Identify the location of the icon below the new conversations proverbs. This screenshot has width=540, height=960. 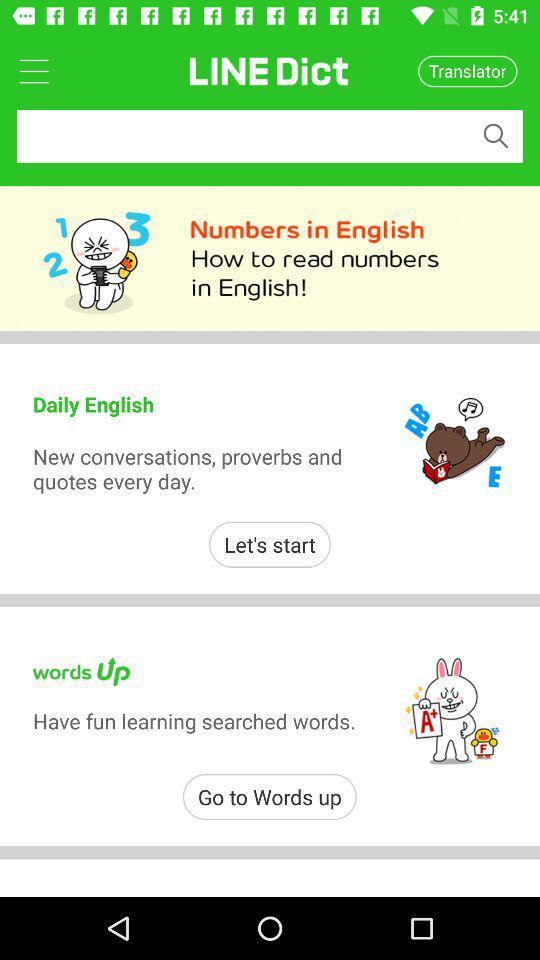
(270, 544).